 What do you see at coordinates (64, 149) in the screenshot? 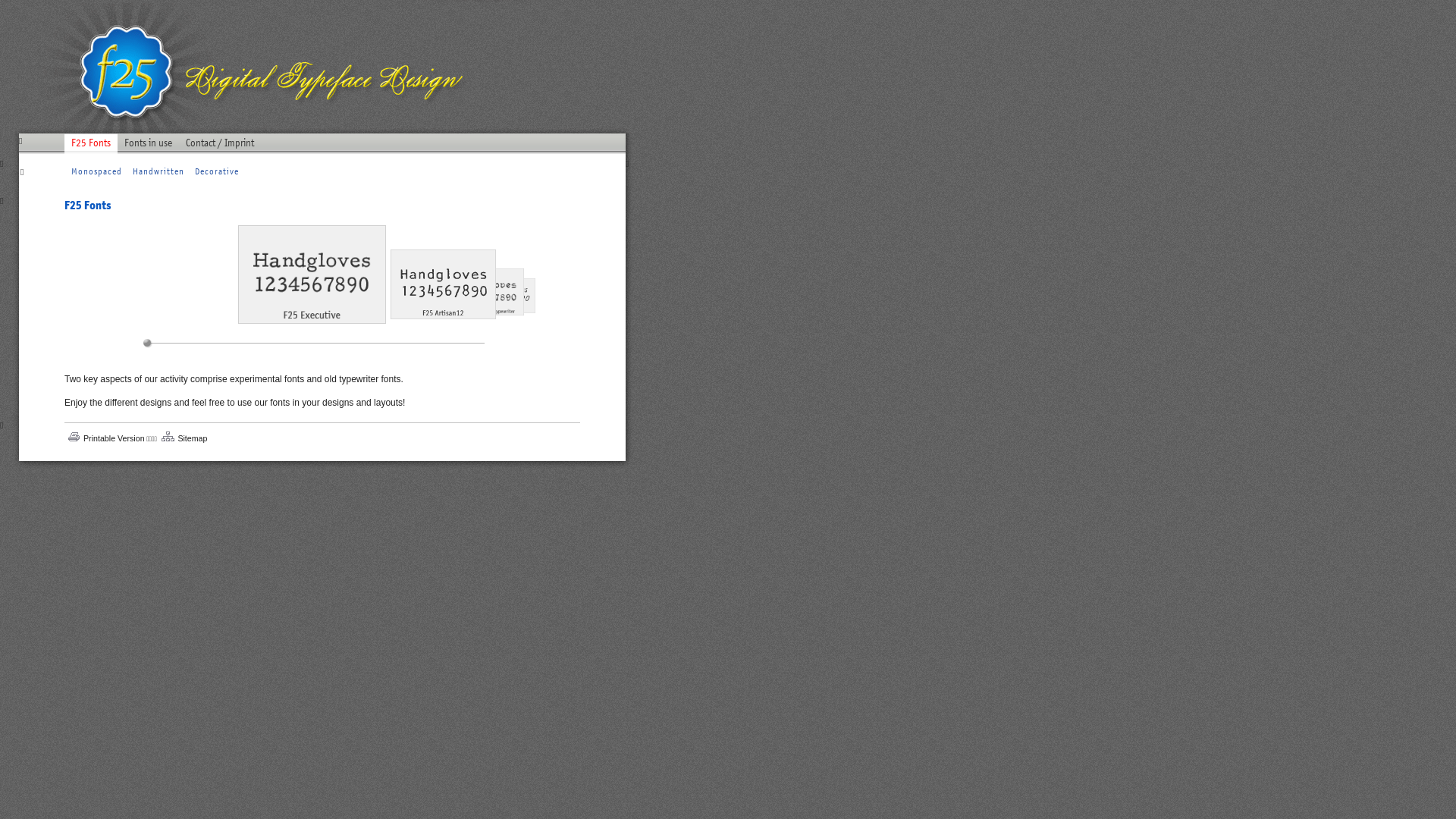
I see `'F25 Fonts'` at bounding box center [64, 149].